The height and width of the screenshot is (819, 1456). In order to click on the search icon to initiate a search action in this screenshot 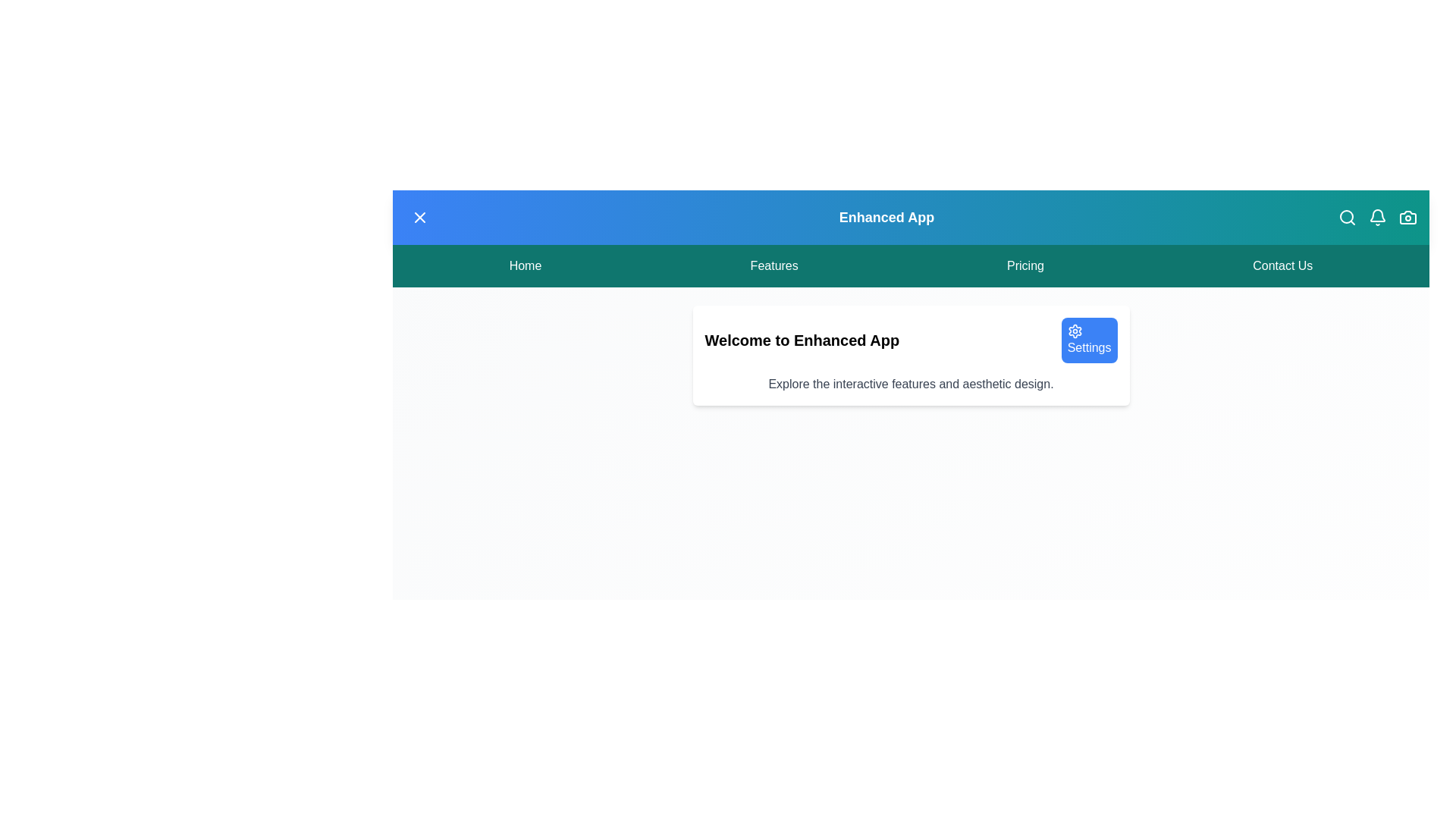, I will do `click(1347, 217)`.